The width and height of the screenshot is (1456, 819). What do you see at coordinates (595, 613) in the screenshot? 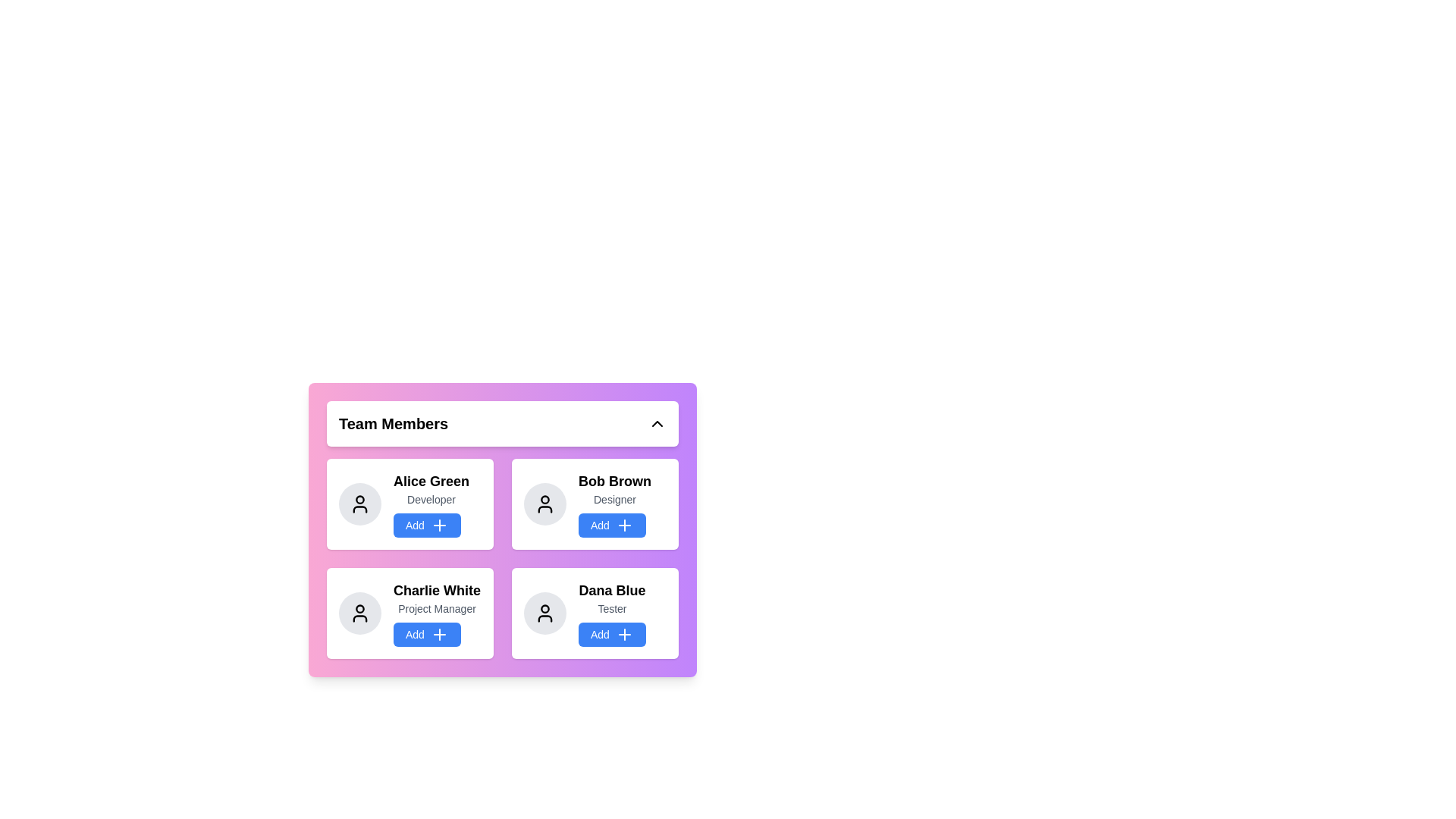
I see `the user card for 'Dana Blue', the fourth card in the grid layout, located in the bottom-right position` at bounding box center [595, 613].